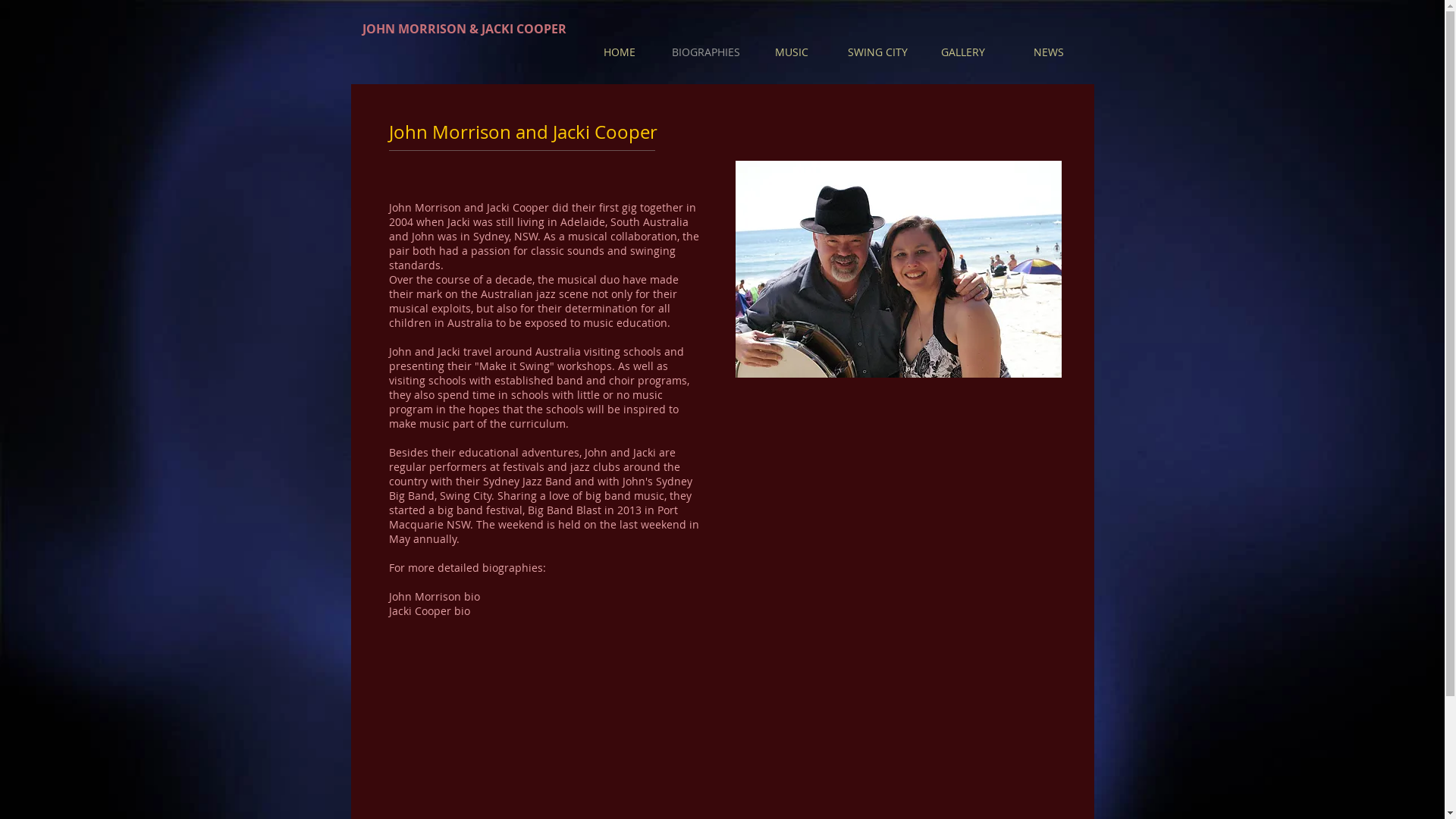 This screenshot has width=1456, height=819. I want to click on 'GALLERY', so click(962, 51).